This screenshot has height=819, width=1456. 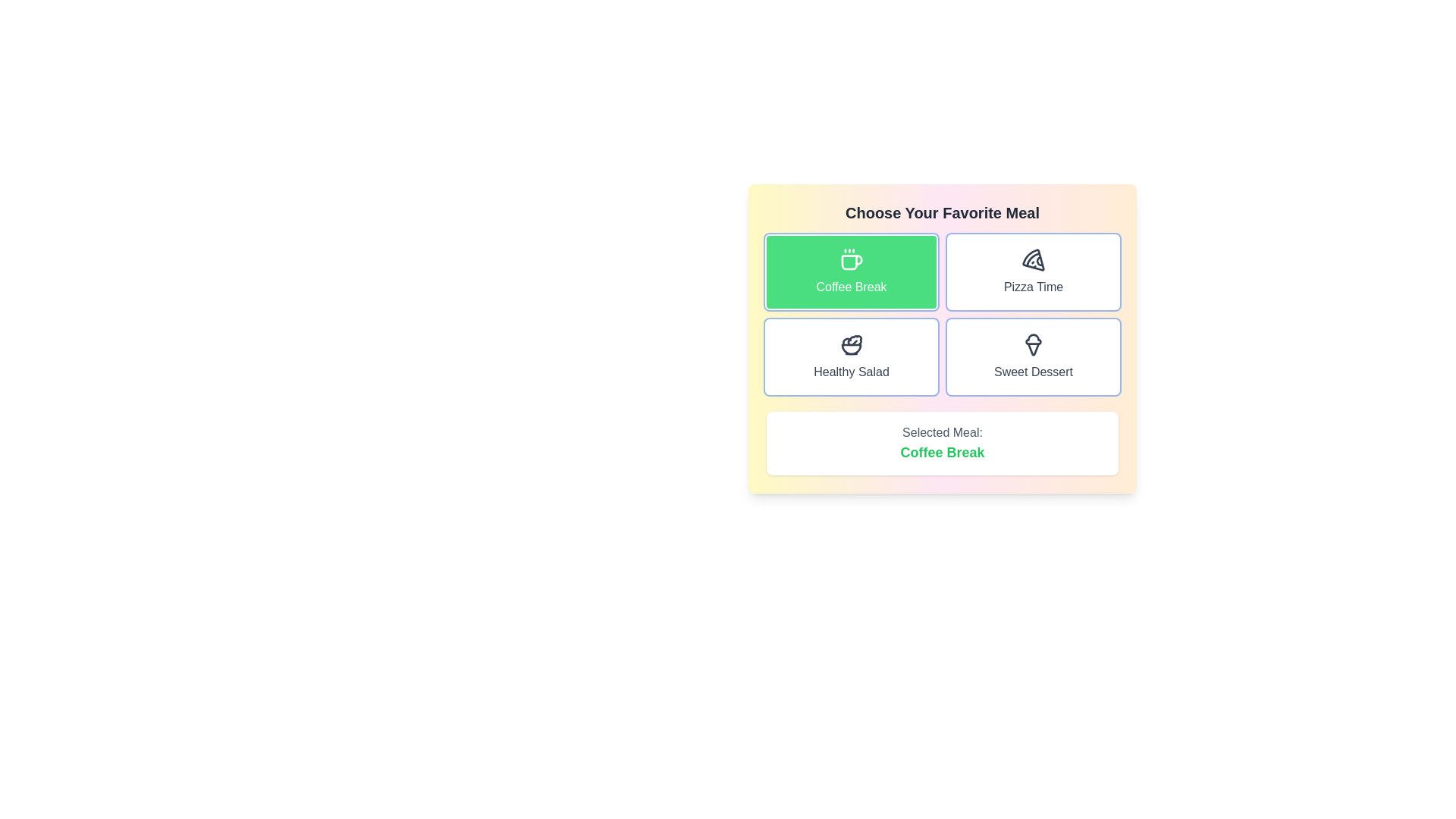 What do you see at coordinates (852, 356) in the screenshot?
I see `the button labeled Healthy Salad to view its hover effect` at bounding box center [852, 356].